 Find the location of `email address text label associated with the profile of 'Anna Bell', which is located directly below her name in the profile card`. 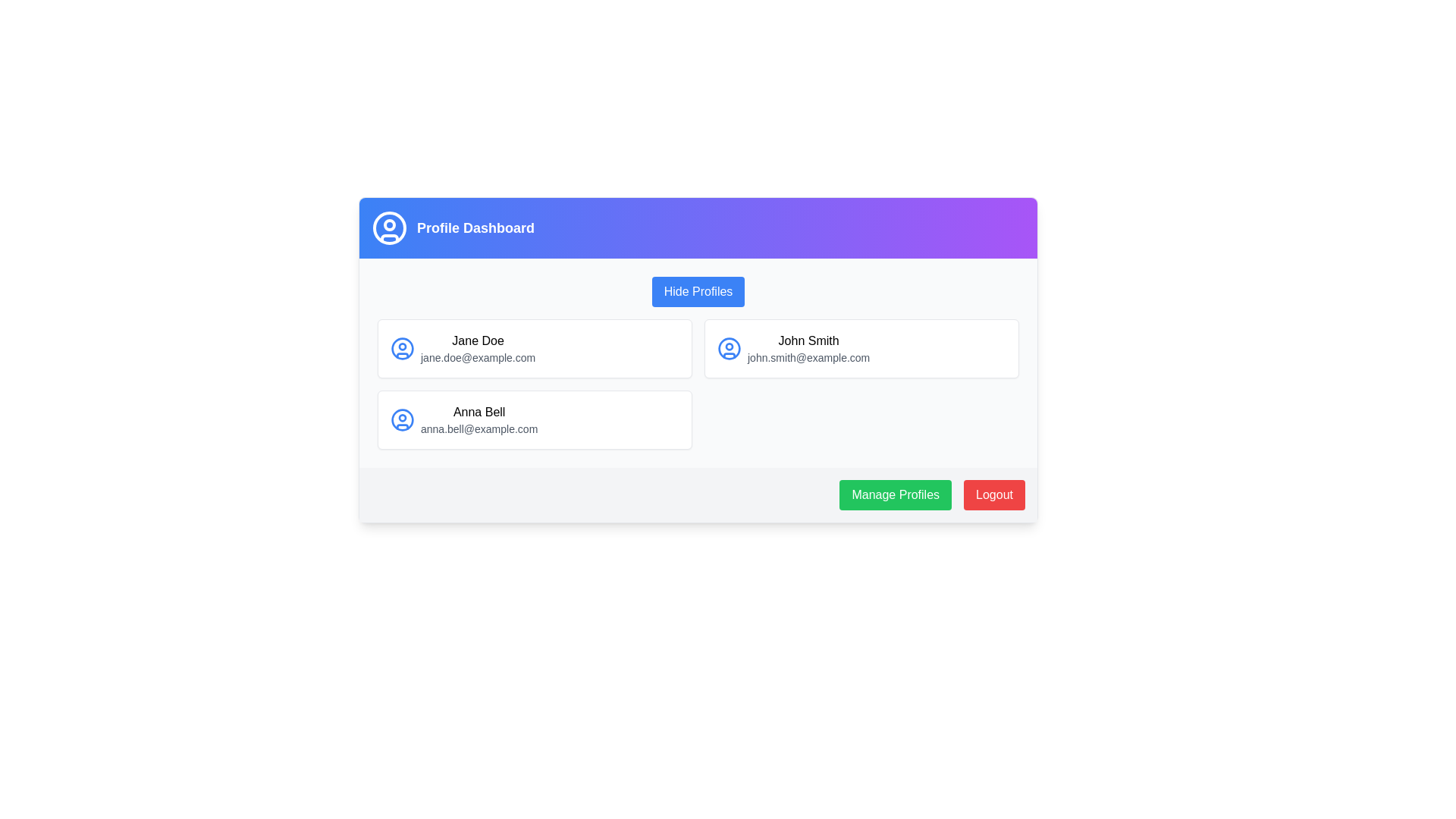

email address text label associated with the profile of 'Anna Bell', which is located directly below her name in the profile card is located at coordinates (479, 429).